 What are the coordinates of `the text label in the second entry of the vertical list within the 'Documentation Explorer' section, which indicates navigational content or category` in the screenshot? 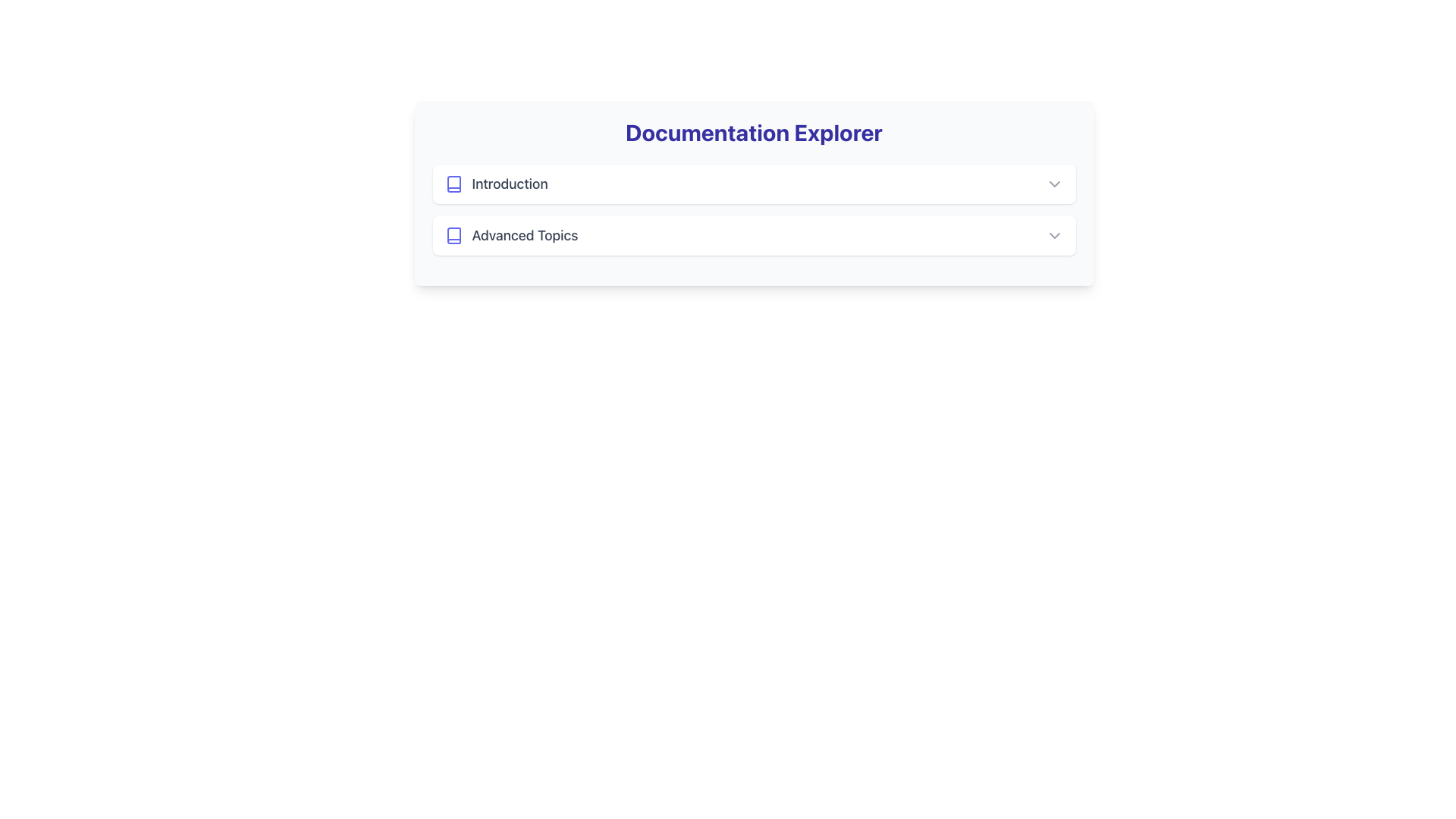 It's located at (511, 236).